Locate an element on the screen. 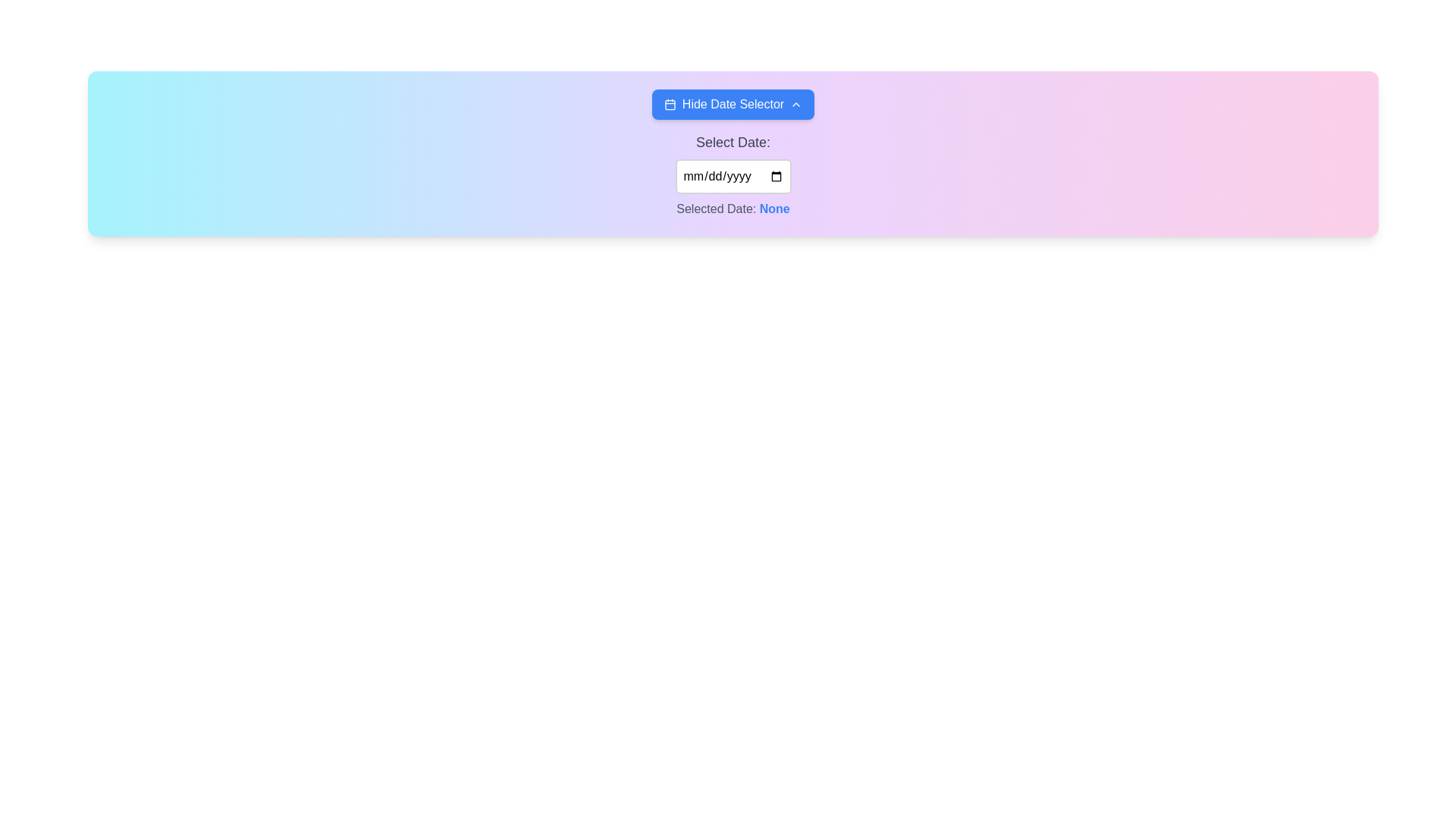  the upward-facing chevron icon located to the right of the 'Hide Date Selector' button is located at coordinates (795, 104).